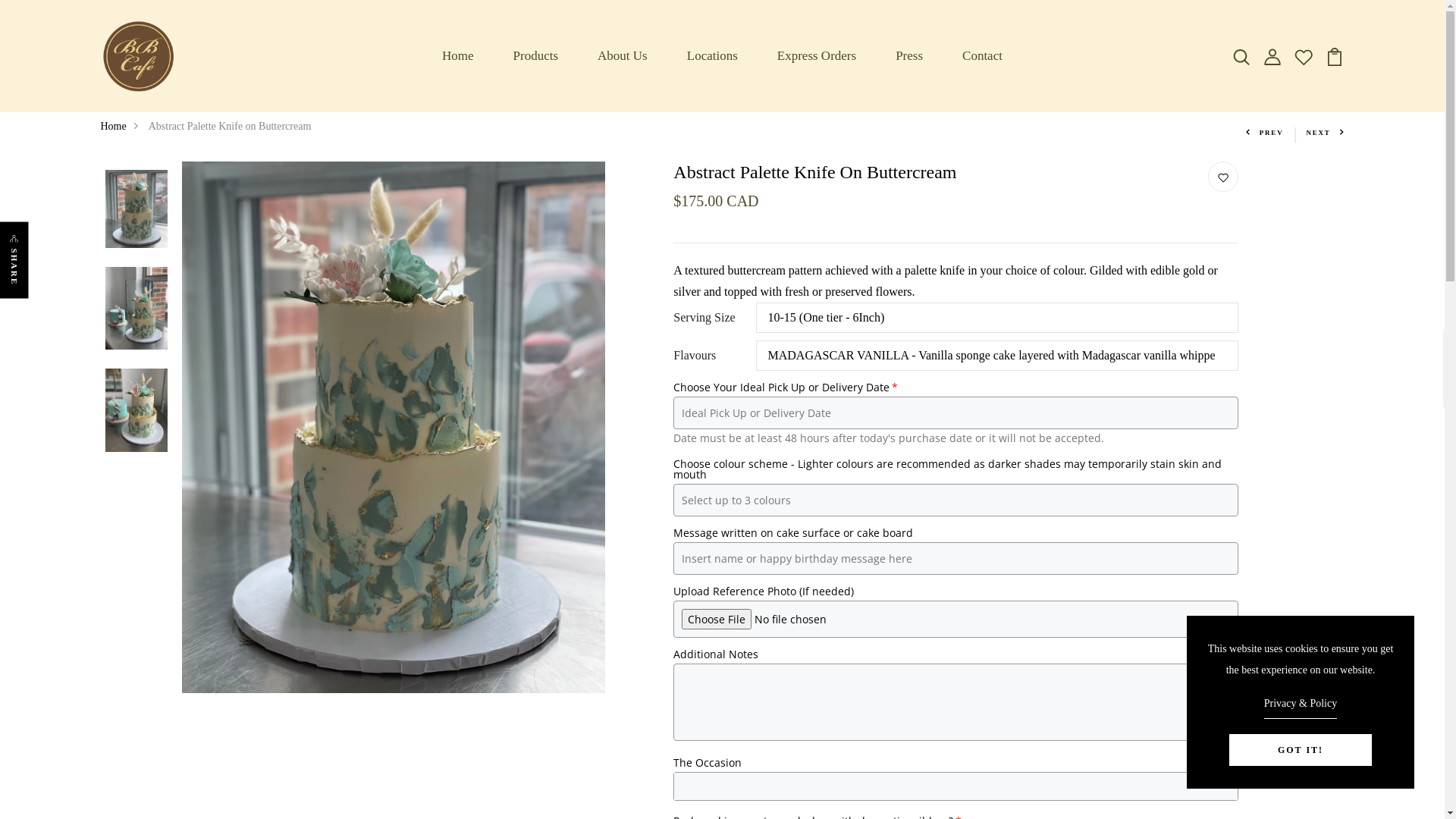 Image resolution: width=1456 pixels, height=819 pixels. I want to click on 'image/svg+xml', so click(1222, 177).